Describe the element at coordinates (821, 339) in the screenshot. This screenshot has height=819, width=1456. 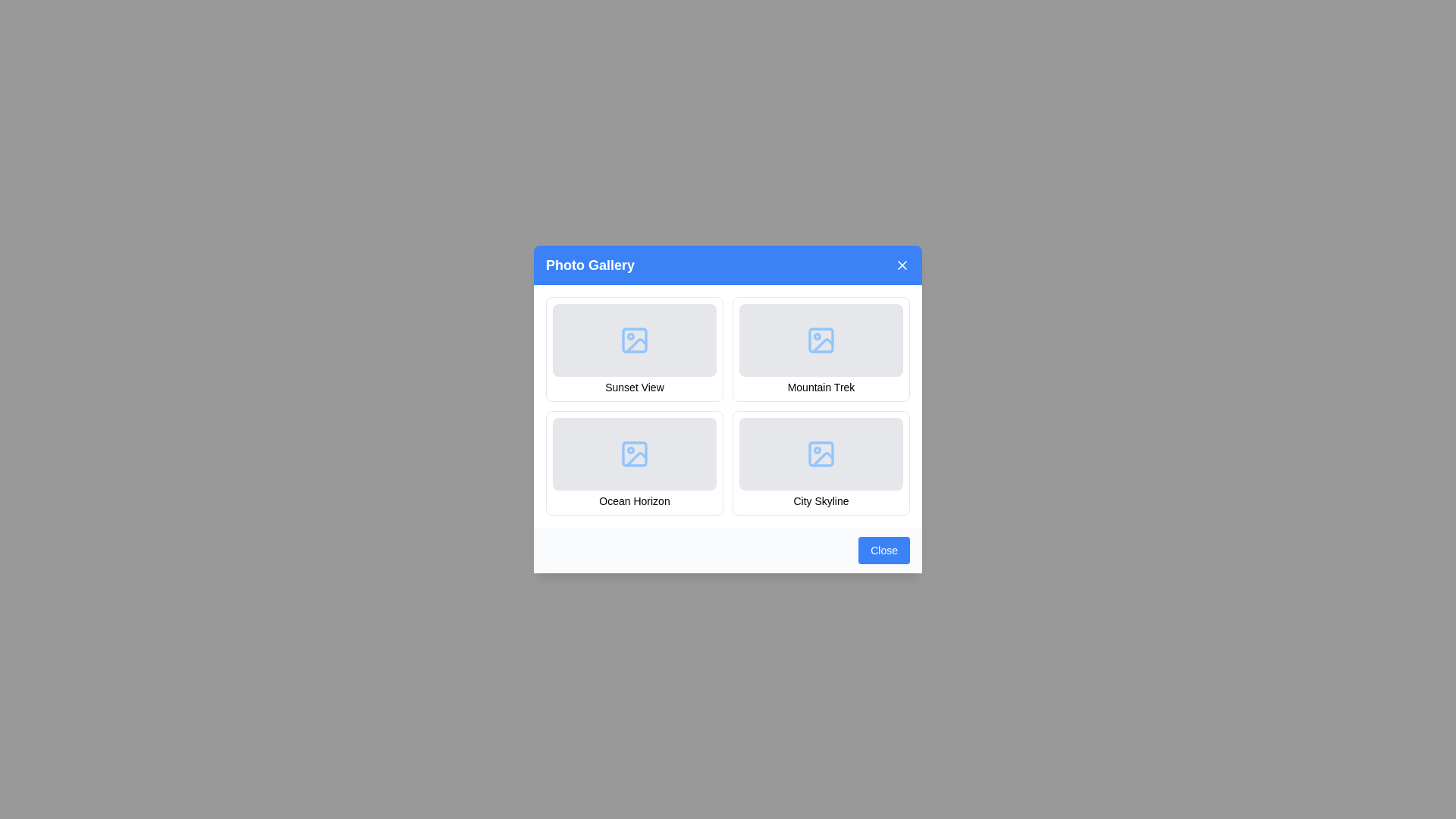
I see `the icon representing an image, which is stylized with a light blue outline and contains a circular detail and a triangular shape inside a rectangle, located in the top-right card labeled 'Mountain Trek' within the 'Photo Gallery' popup` at that location.